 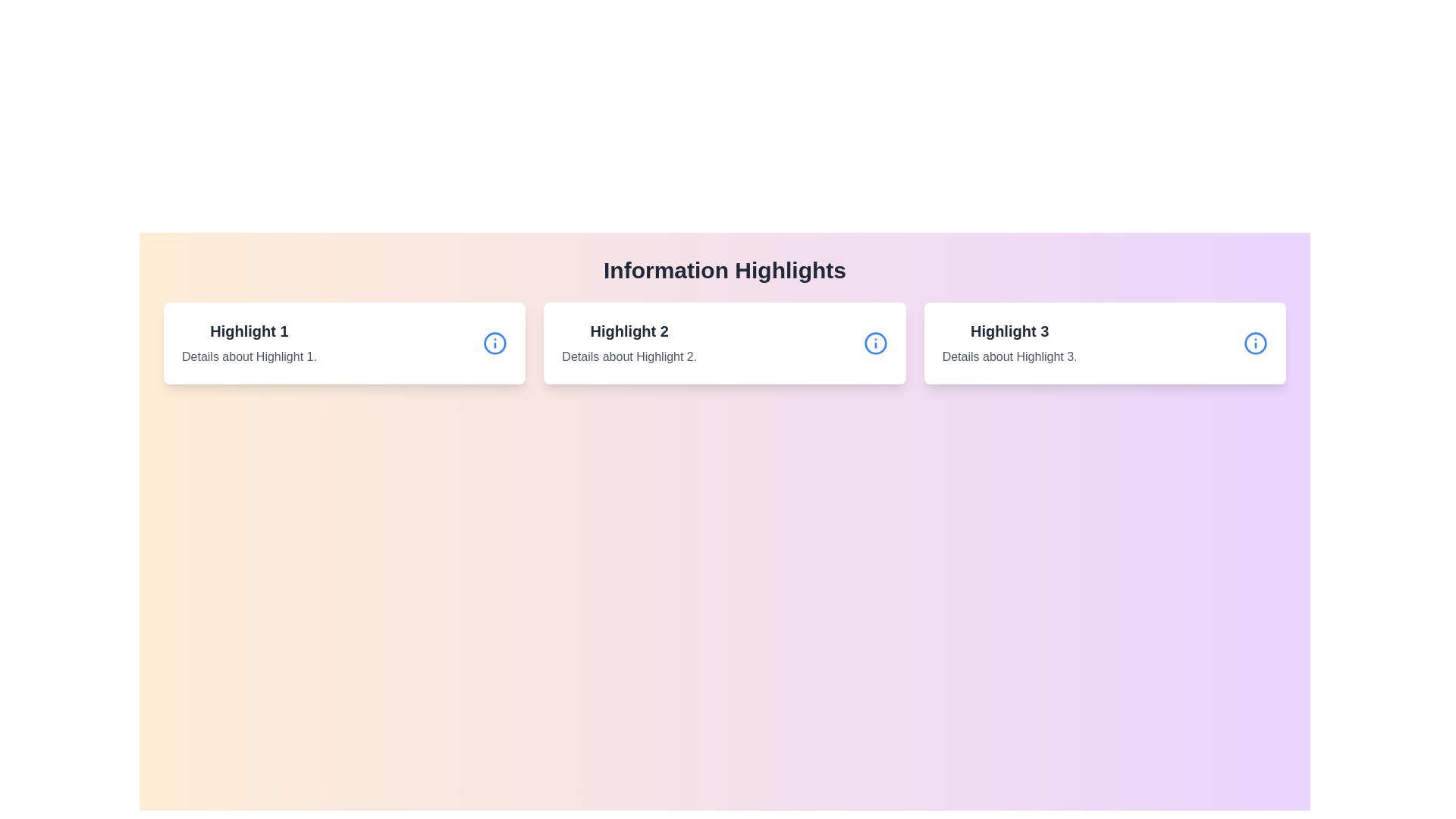 What do you see at coordinates (1009, 343) in the screenshot?
I see `title and description of the third highlight card in the series, which is located between 'Highlight 2' and an informational icon` at bounding box center [1009, 343].